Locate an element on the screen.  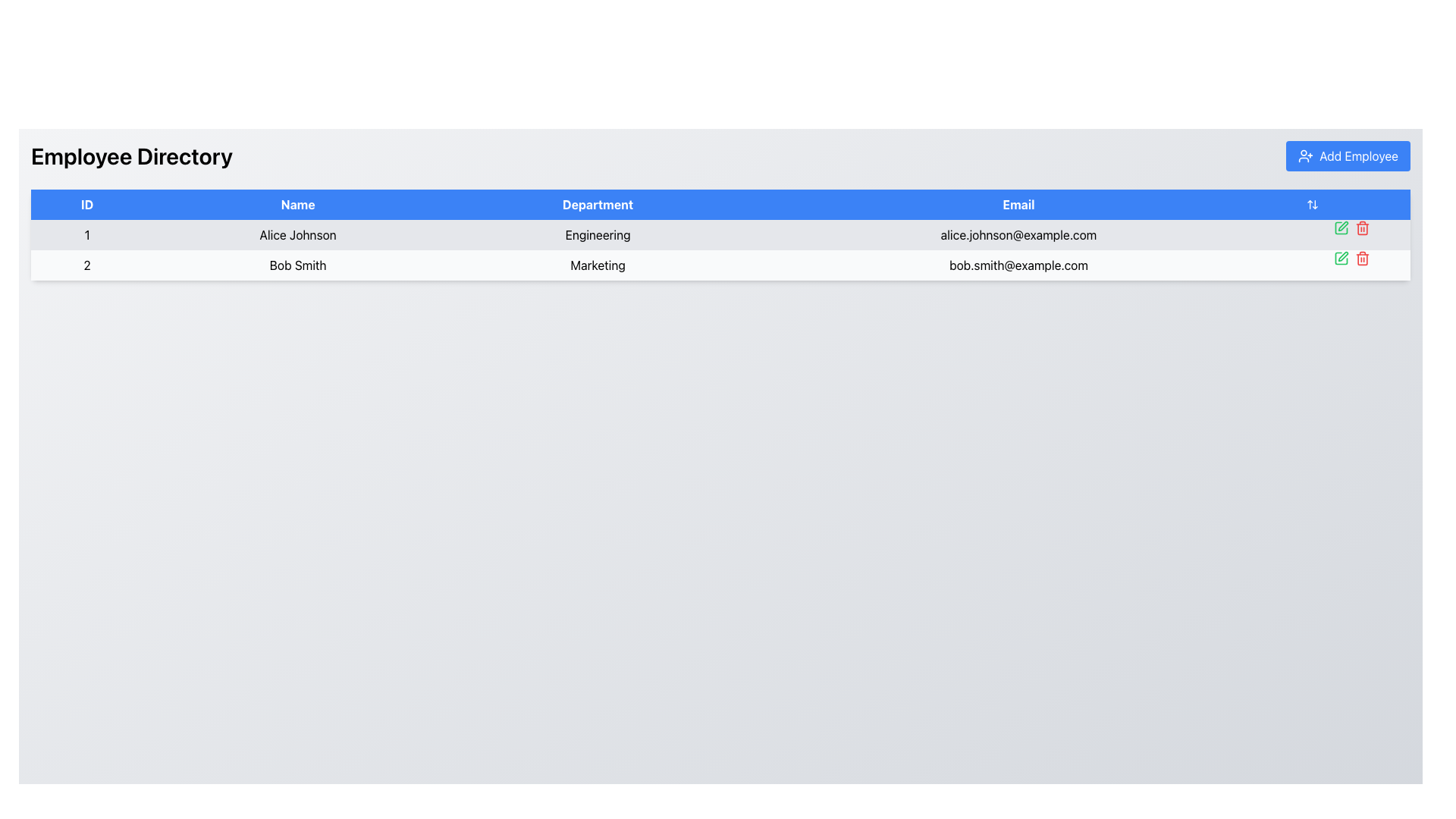
text from the 'Employee Directory' label located at the top-left area of the page is located at coordinates (131, 155).